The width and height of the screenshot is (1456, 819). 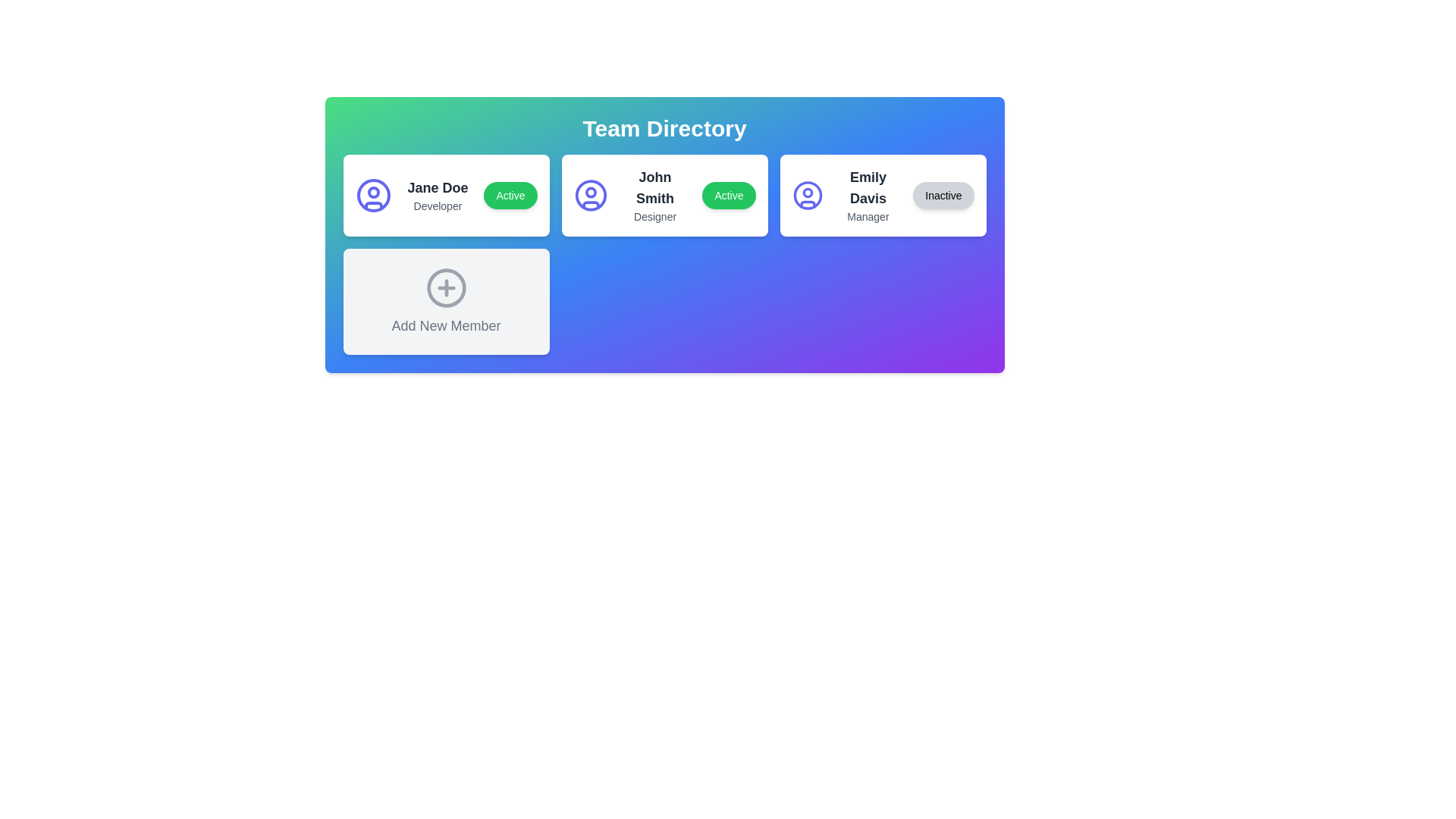 What do you see at coordinates (437, 195) in the screenshot?
I see `displayed text 'Jane Doe' from the text block representing the user's name and title, positioned below the avatar icon` at bounding box center [437, 195].